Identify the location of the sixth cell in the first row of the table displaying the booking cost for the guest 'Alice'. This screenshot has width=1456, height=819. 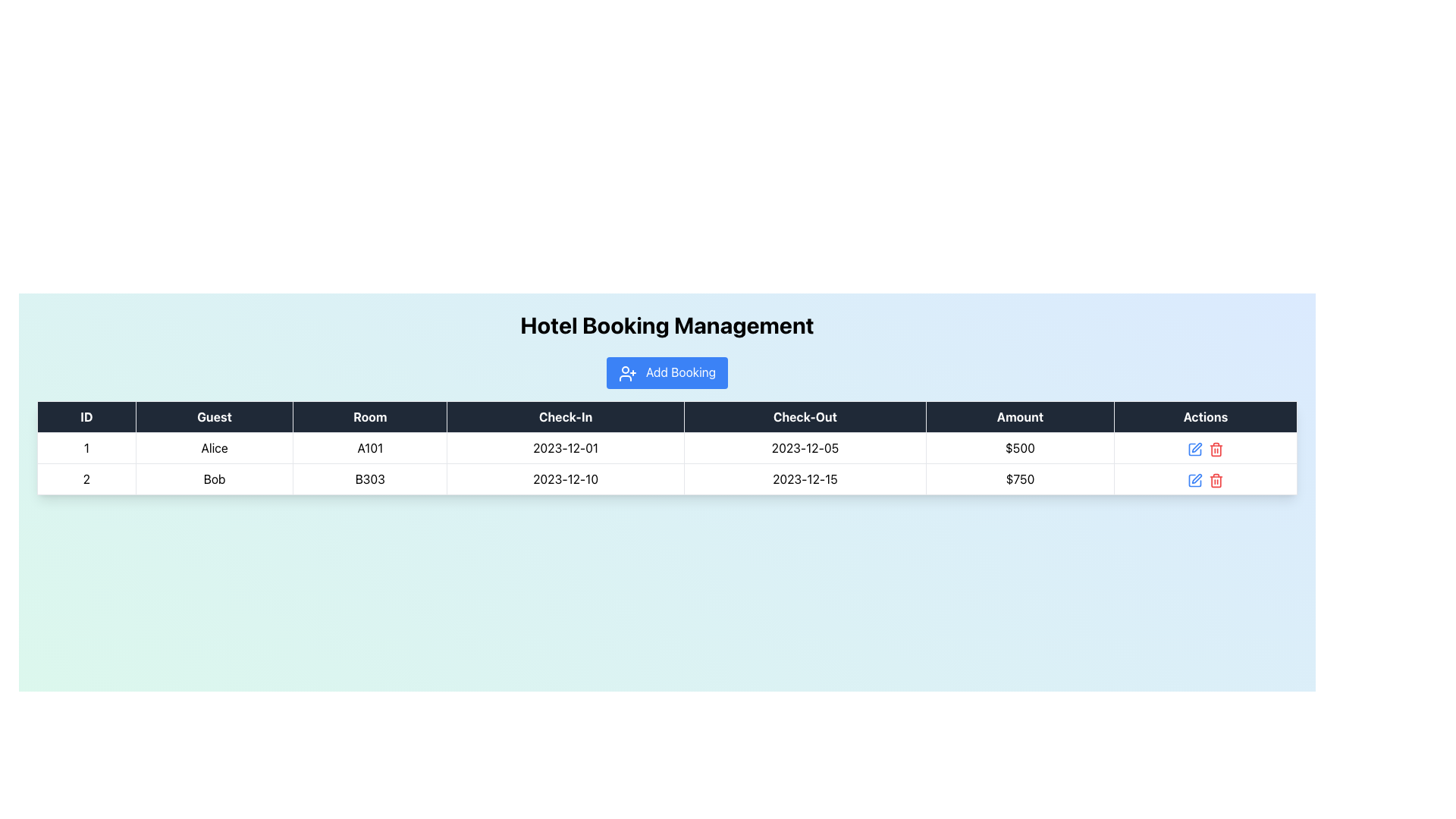
(1020, 447).